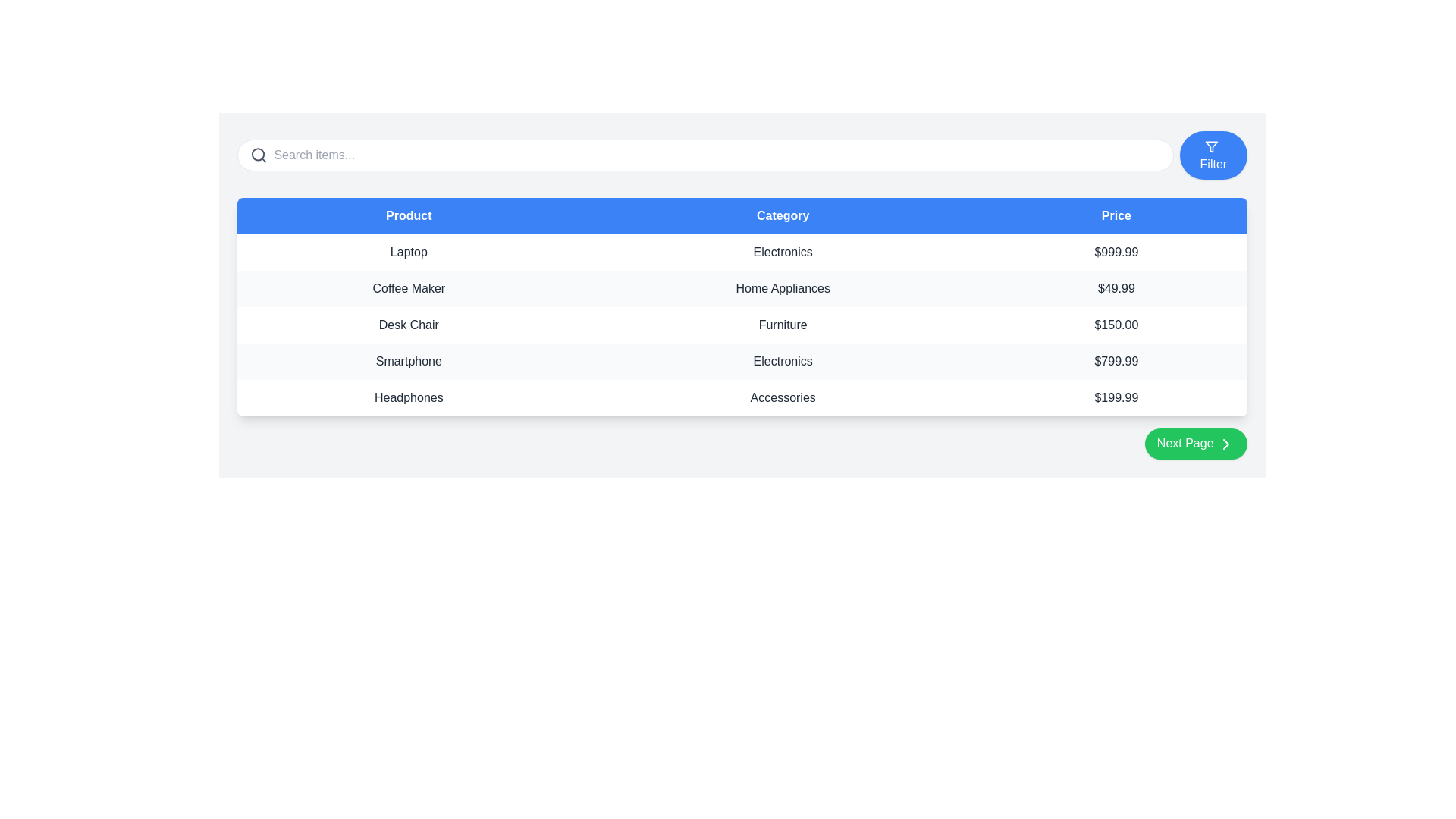  What do you see at coordinates (1116, 251) in the screenshot?
I see `the text label displaying the price '$999.99' under the 'Price' column for the 'Laptop' product in the table` at bounding box center [1116, 251].